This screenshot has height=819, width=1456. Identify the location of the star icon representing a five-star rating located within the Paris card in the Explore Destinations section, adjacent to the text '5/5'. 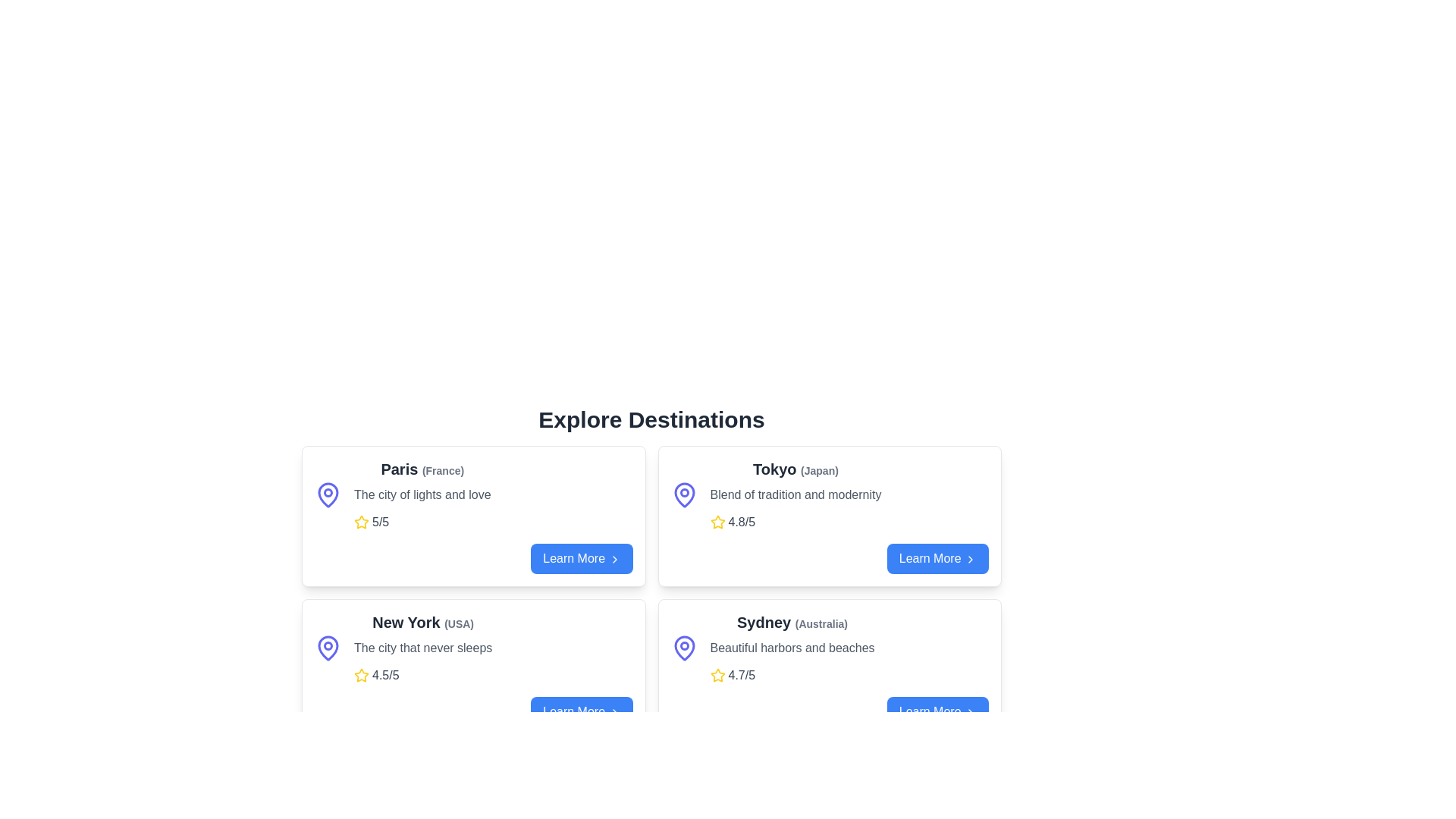
(360, 521).